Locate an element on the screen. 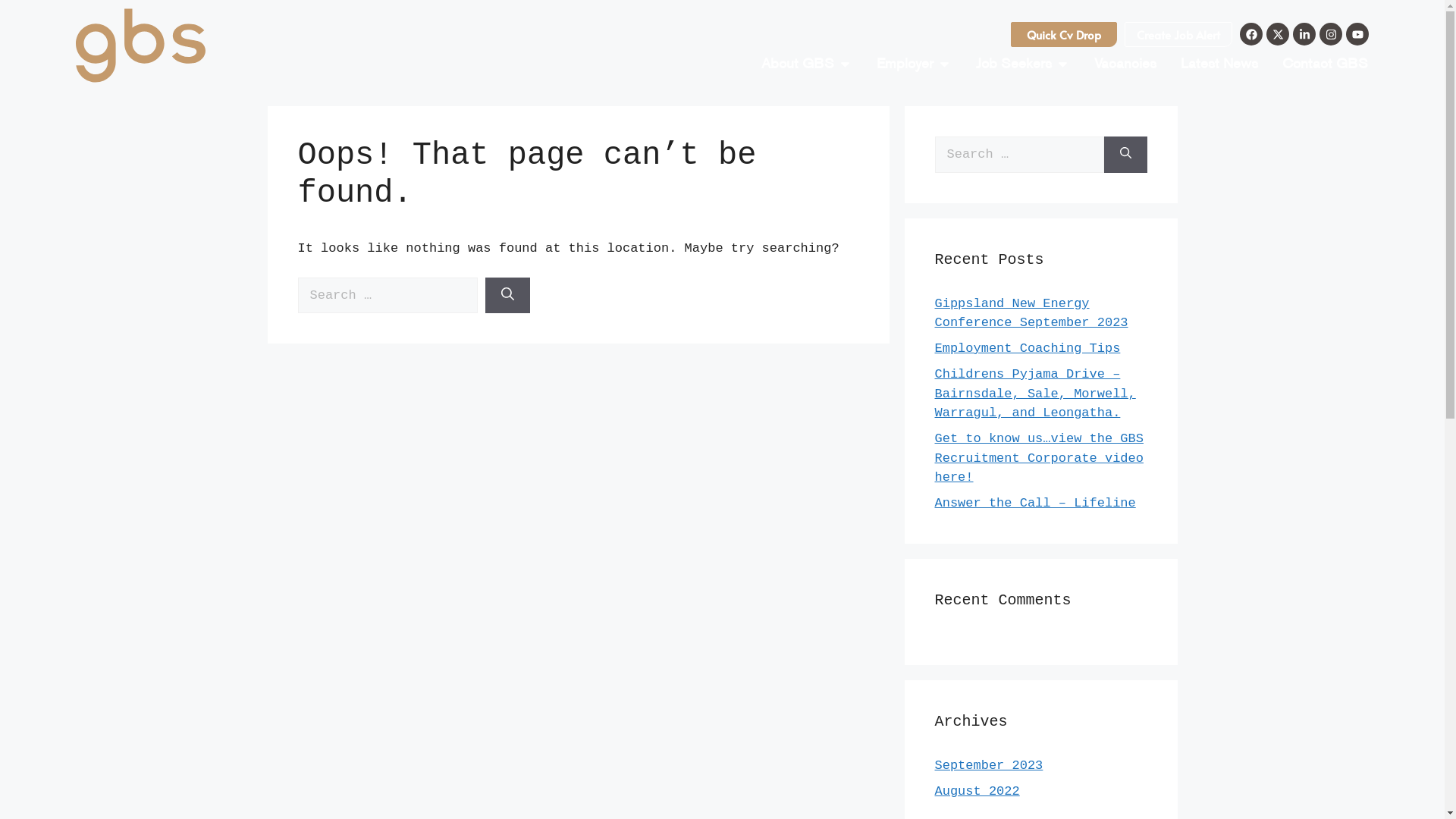  'Search for:' is located at coordinates (1018, 155).